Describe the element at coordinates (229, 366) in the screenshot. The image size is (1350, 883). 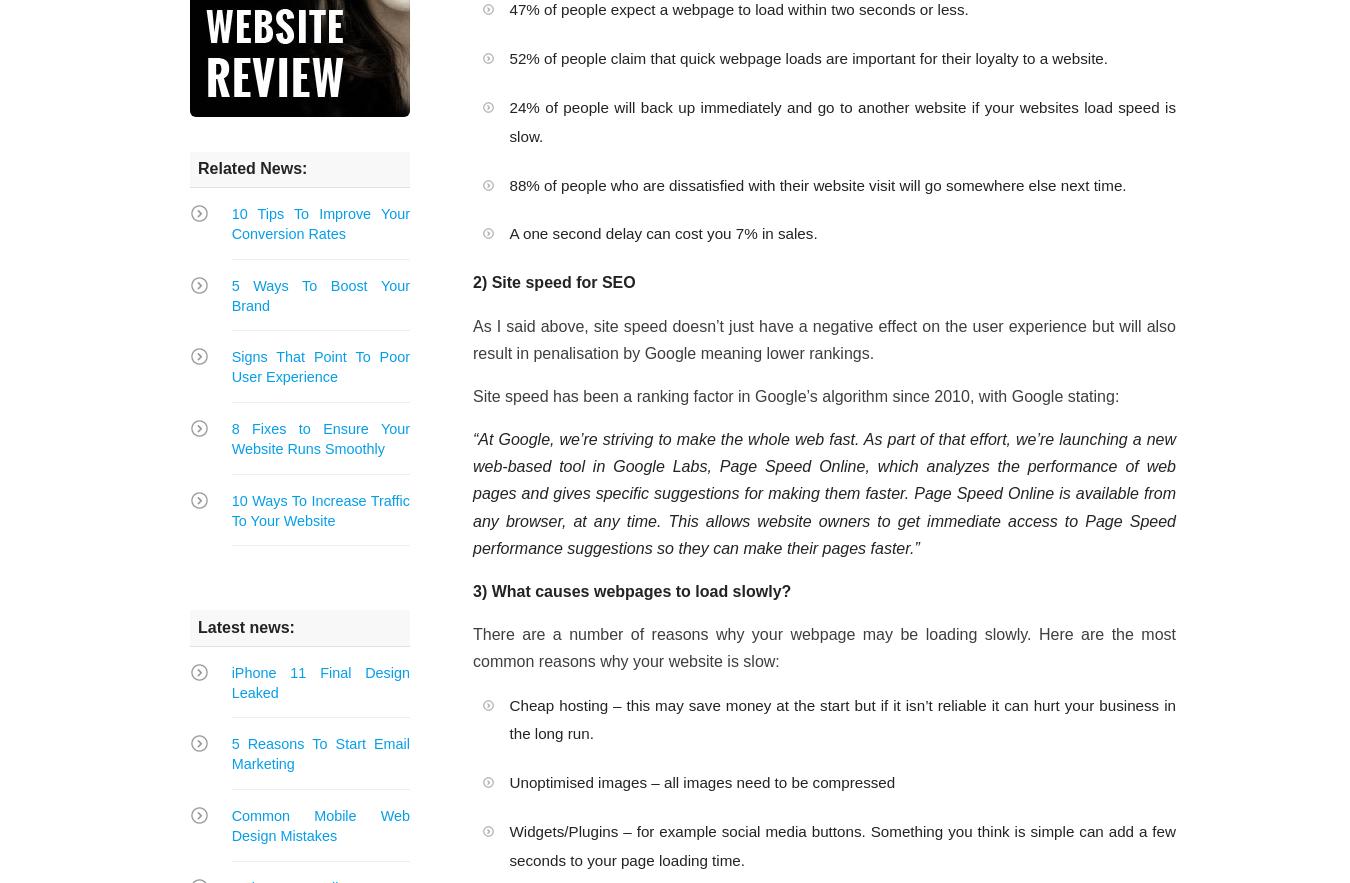
I see `'Signs That Point To Poor User Experience'` at that location.